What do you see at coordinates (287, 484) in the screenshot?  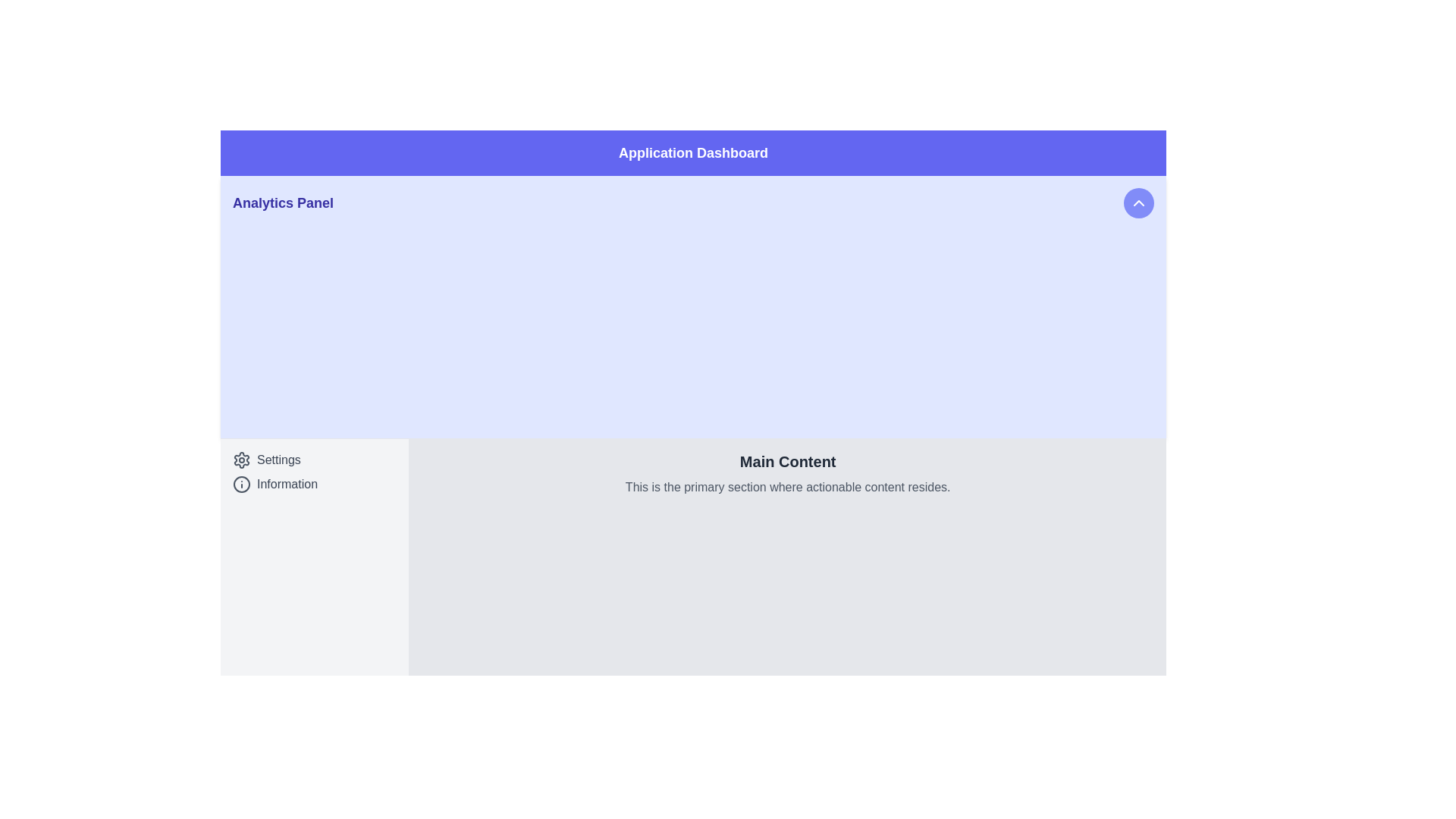 I see `the text label displaying 'Information' styled in gray, located in the bottom-left section of the page, to the right of the information icon` at bounding box center [287, 484].